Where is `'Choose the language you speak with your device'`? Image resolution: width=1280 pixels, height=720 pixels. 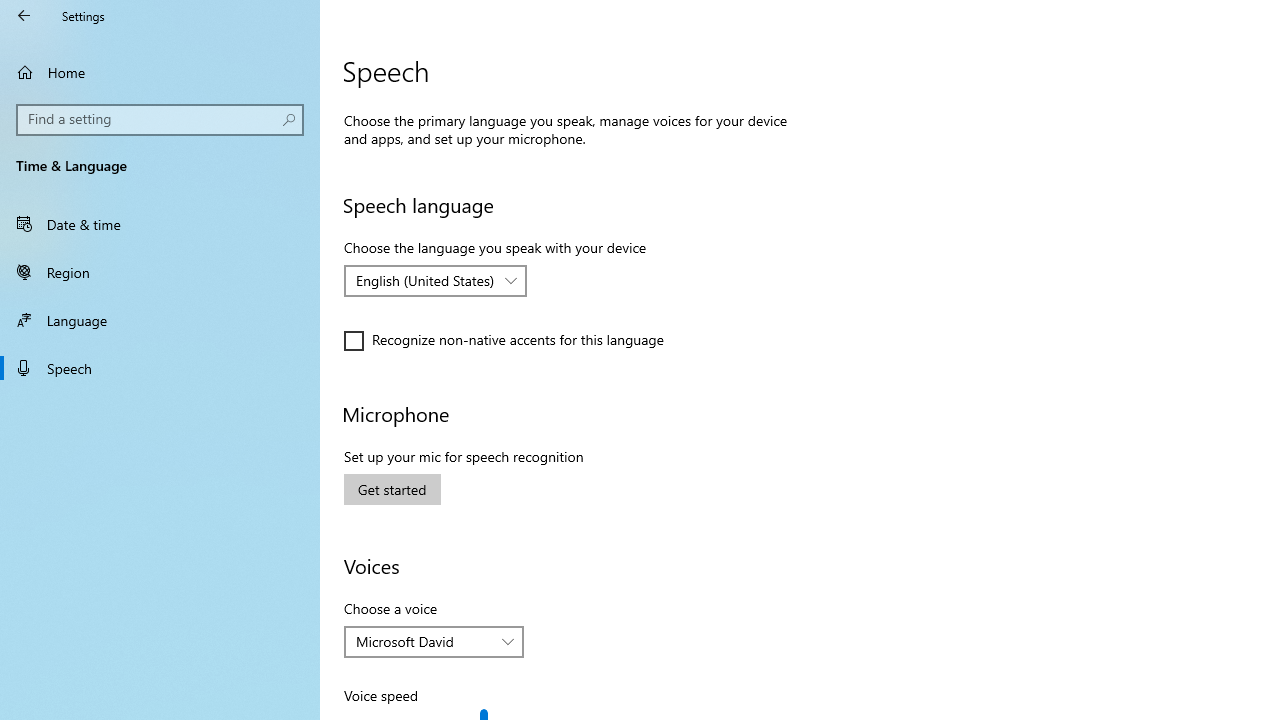
'Choose the language you speak with your device' is located at coordinates (434, 280).